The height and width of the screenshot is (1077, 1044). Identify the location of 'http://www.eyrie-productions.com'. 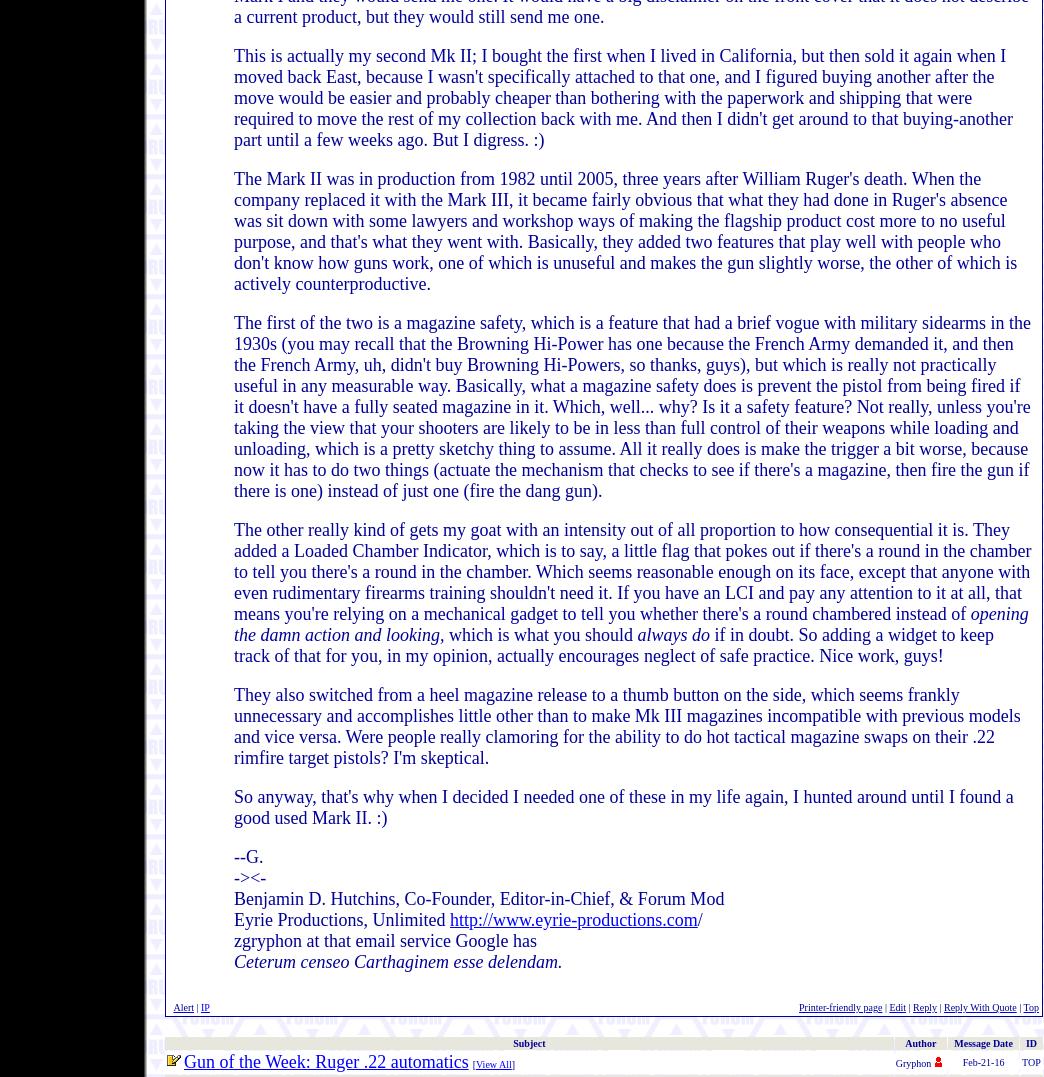
(572, 918).